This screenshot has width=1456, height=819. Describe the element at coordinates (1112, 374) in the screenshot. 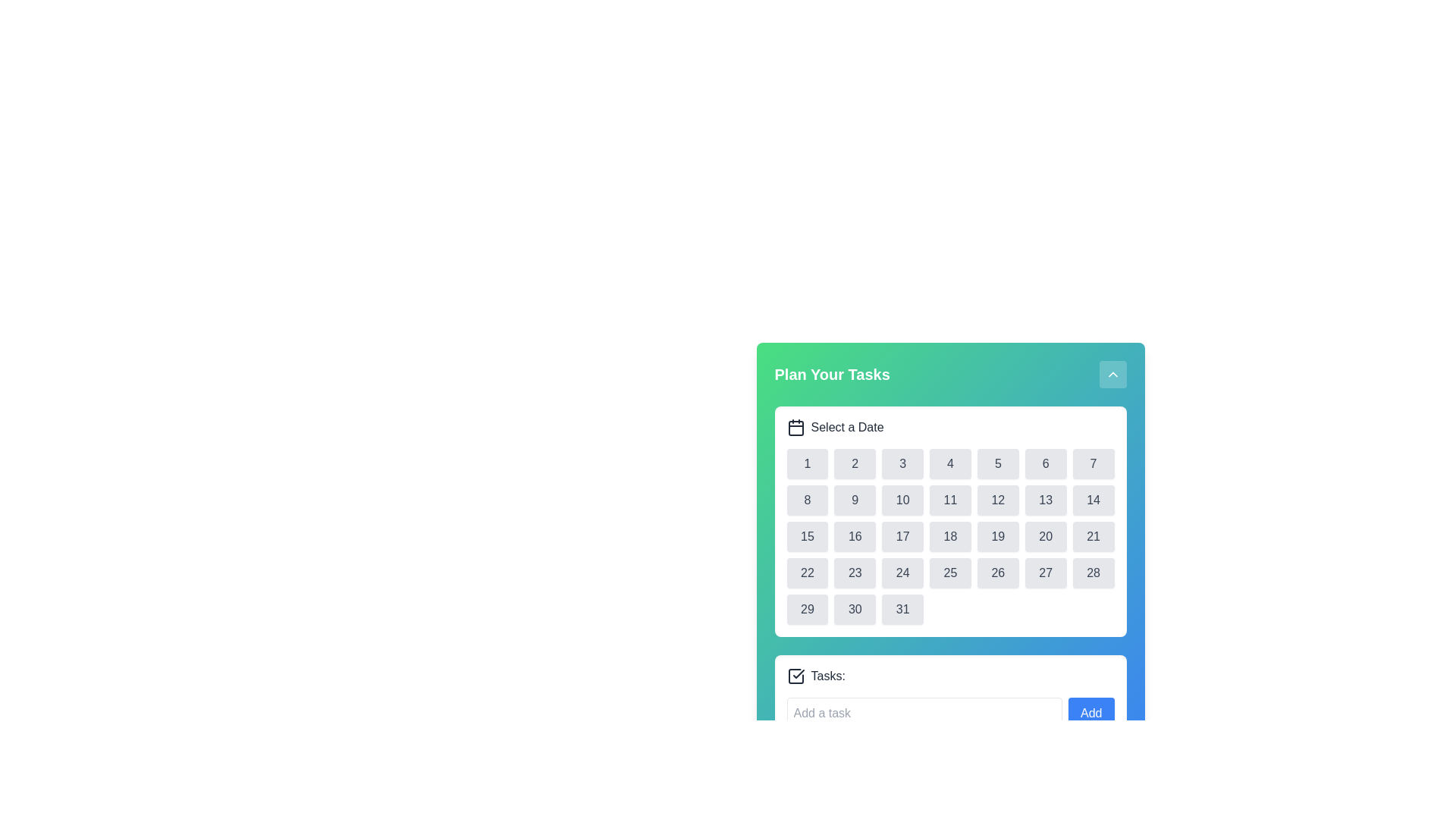

I see `the button located at the top-right corner of the 'Plan Your Tasks' header` at that location.